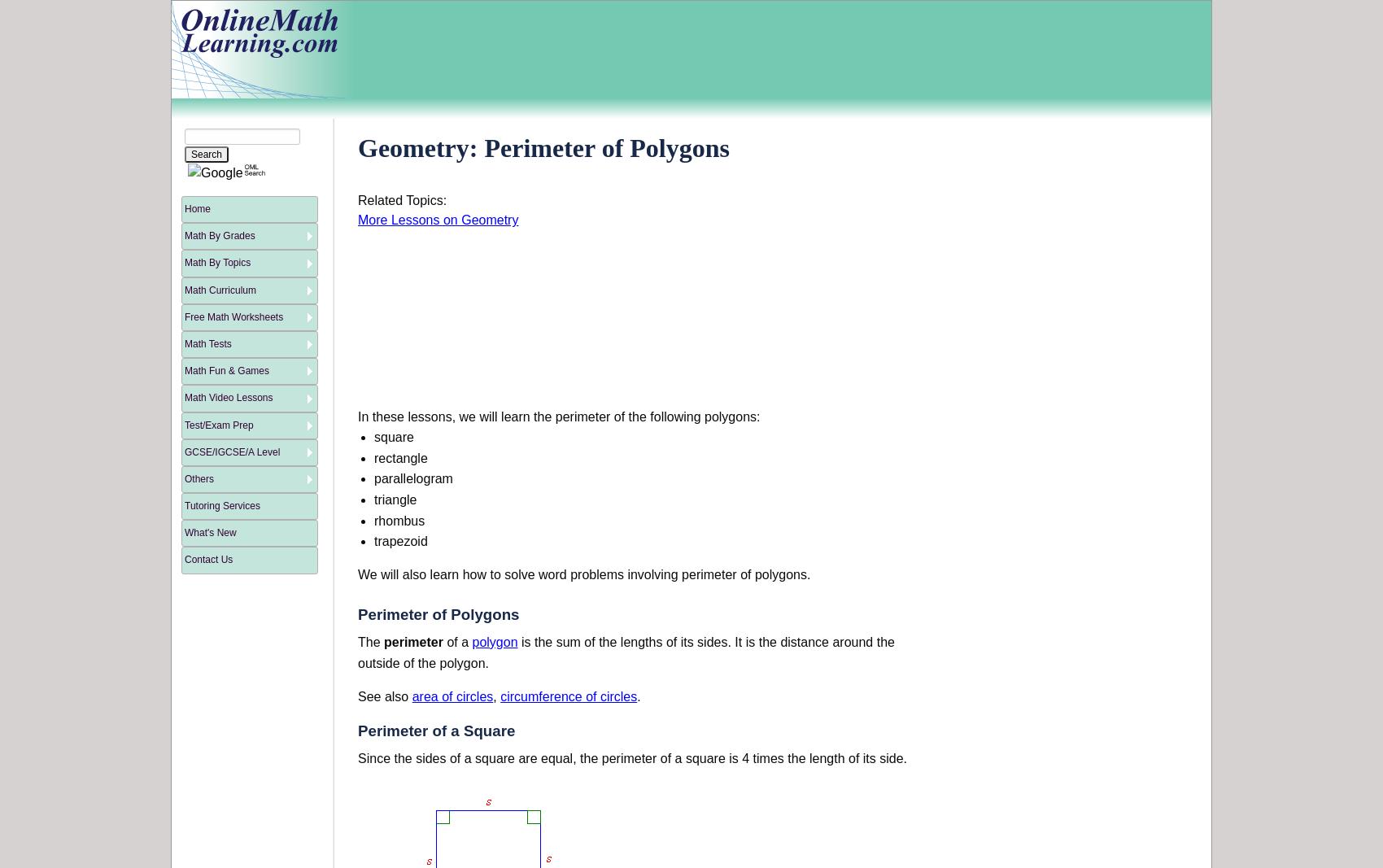  Describe the element at coordinates (495, 696) in the screenshot. I see `','` at that location.